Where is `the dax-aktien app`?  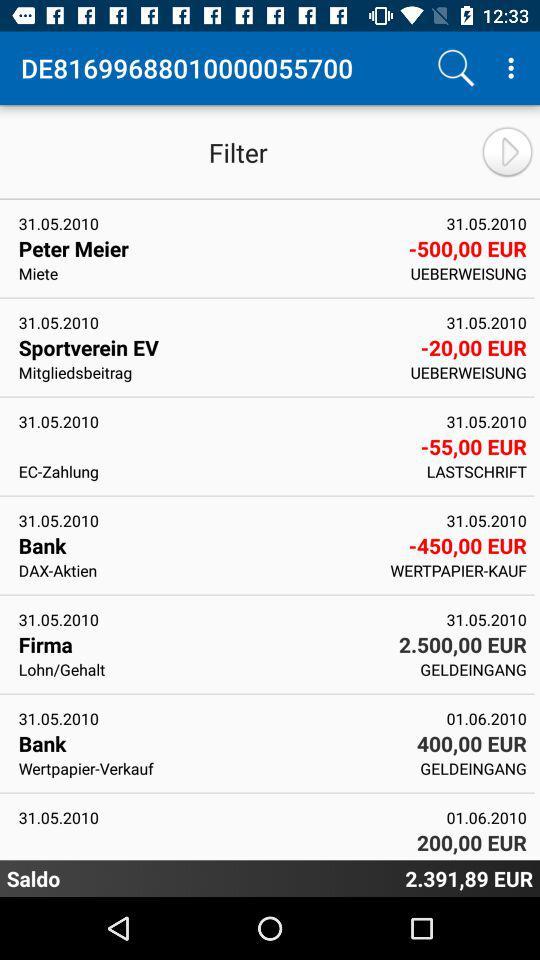 the dax-aktien app is located at coordinates (198, 570).